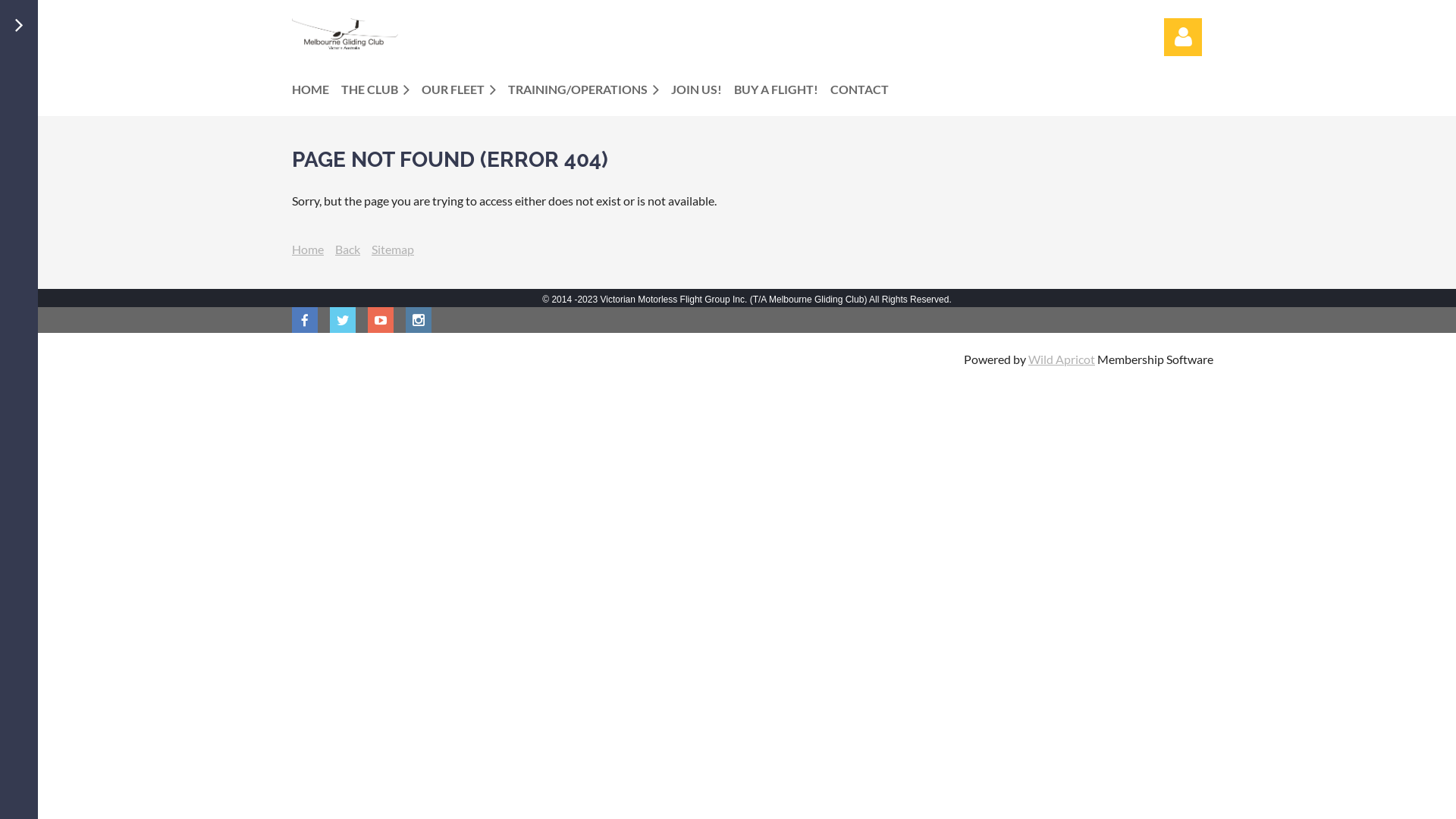  I want to click on 'Back', so click(334, 248).